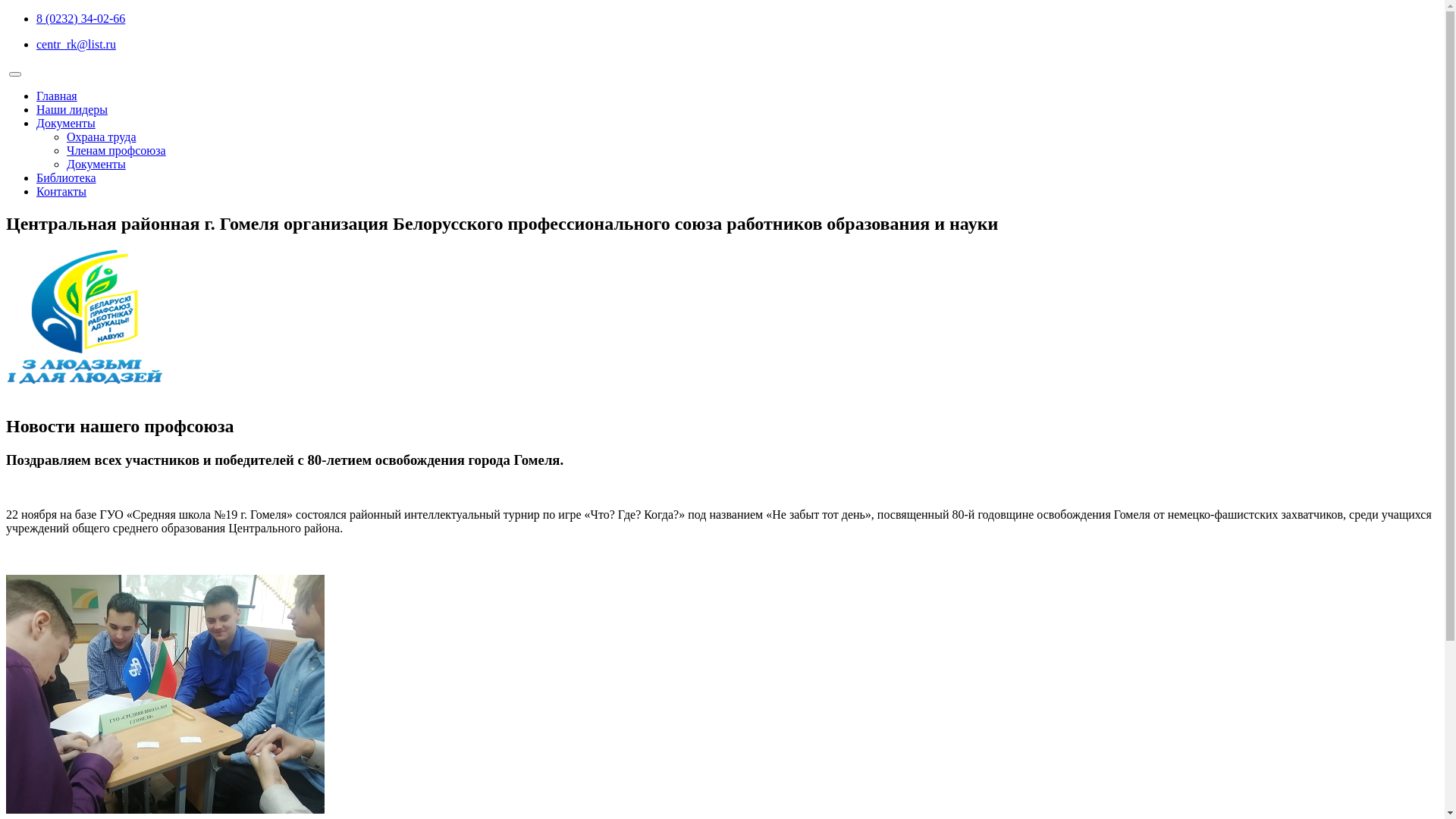 This screenshot has width=1456, height=819. Describe the element at coordinates (80, 18) in the screenshot. I see `'8 (0232) 34-02-66'` at that location.